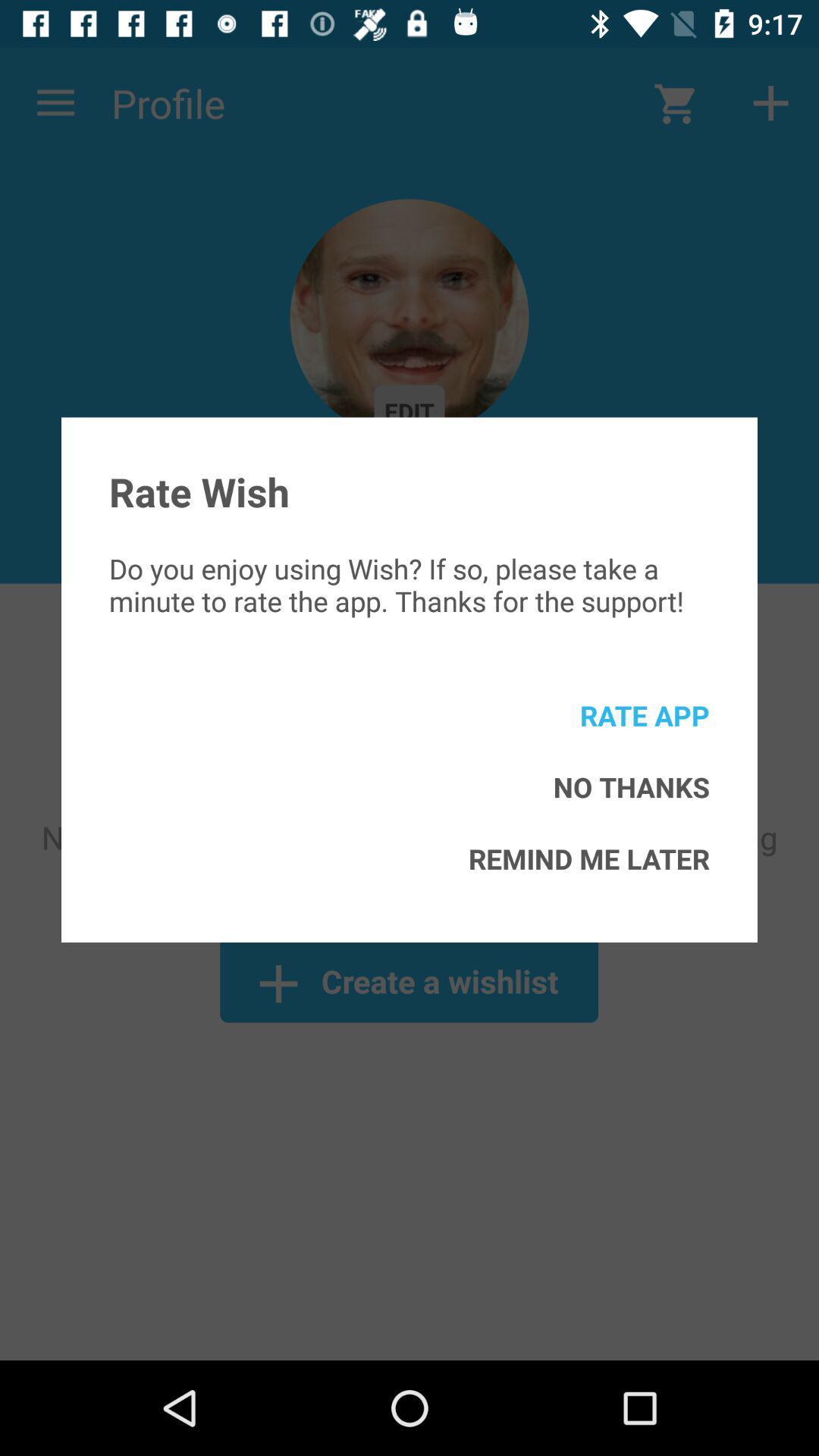 Image resolution: width=819 pixels, height=1456 pixels. What do you see at coordinates (631, 786) in the screenshot?
I see `icon above the remind me later` at bounding box center [631, 786].